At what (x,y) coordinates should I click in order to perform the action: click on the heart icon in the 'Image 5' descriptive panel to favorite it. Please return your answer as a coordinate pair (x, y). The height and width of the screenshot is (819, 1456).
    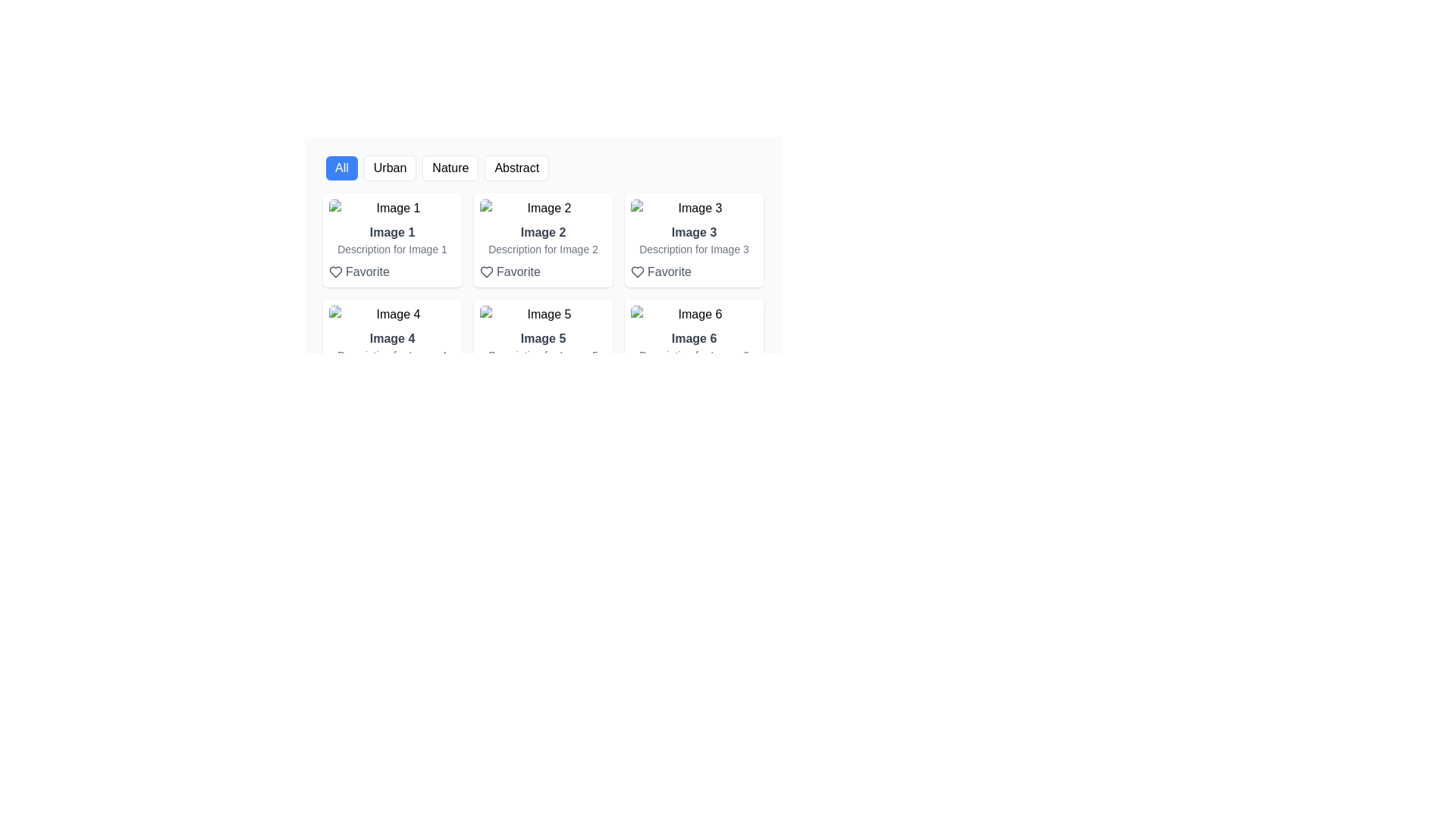
    Looking at the image, I should click on (543, 359).